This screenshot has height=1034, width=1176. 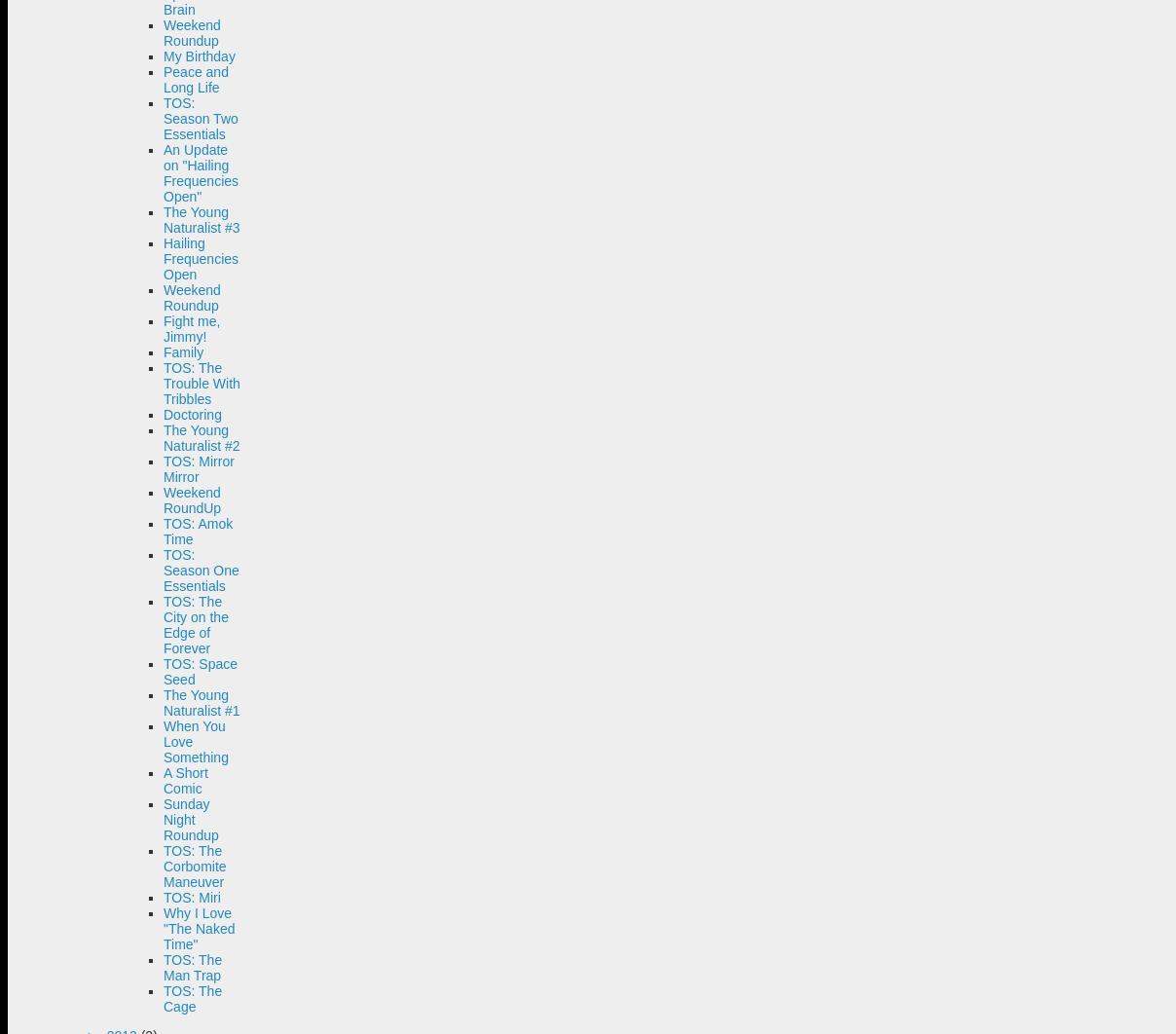 What do you see at coordinates (199, 55) in the screenshot?
I see `'My Birthday'` at bounding box center [199, 55].